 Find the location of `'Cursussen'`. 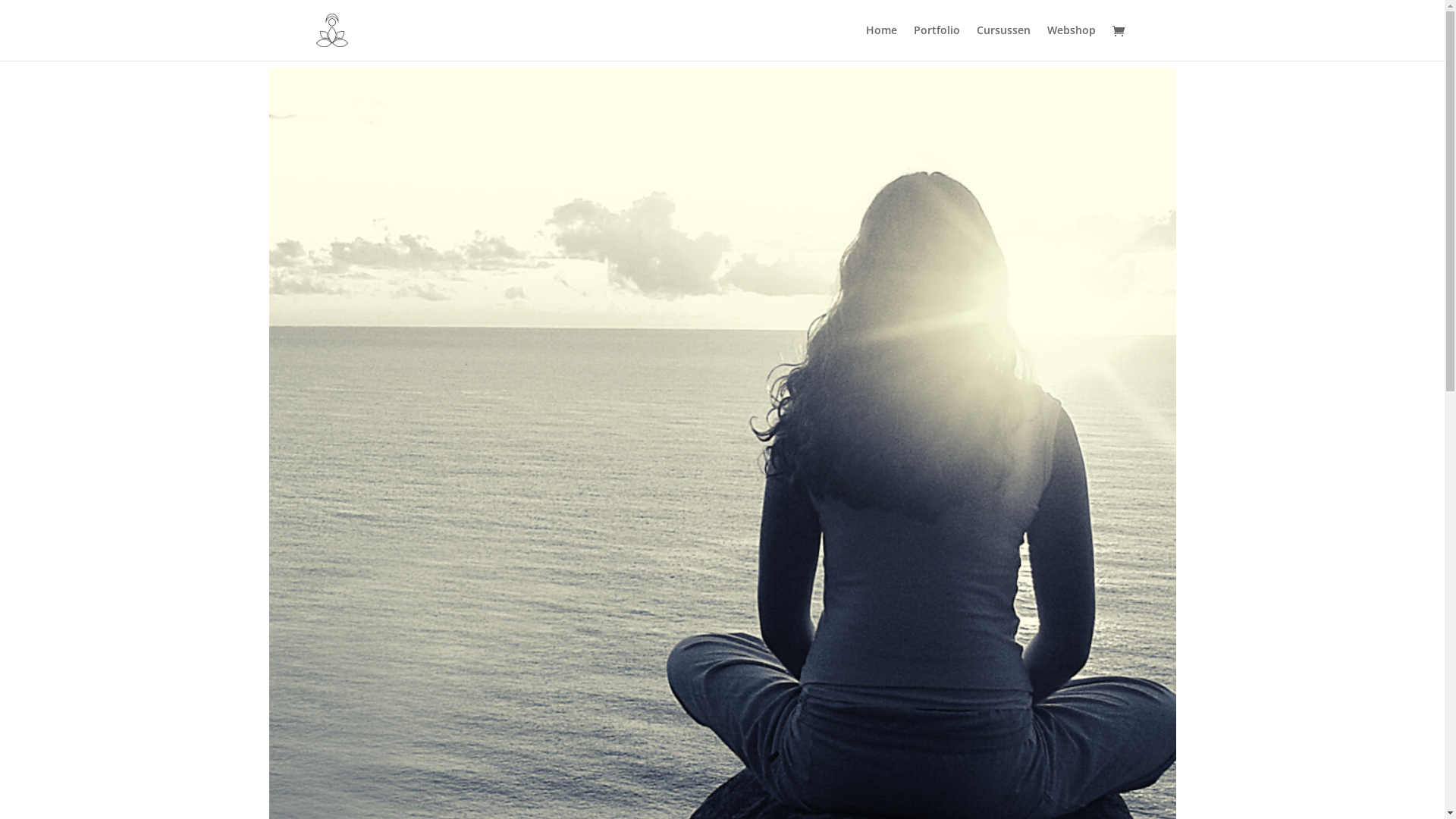

'Cursussen' is located at coordinates (1003, 42).